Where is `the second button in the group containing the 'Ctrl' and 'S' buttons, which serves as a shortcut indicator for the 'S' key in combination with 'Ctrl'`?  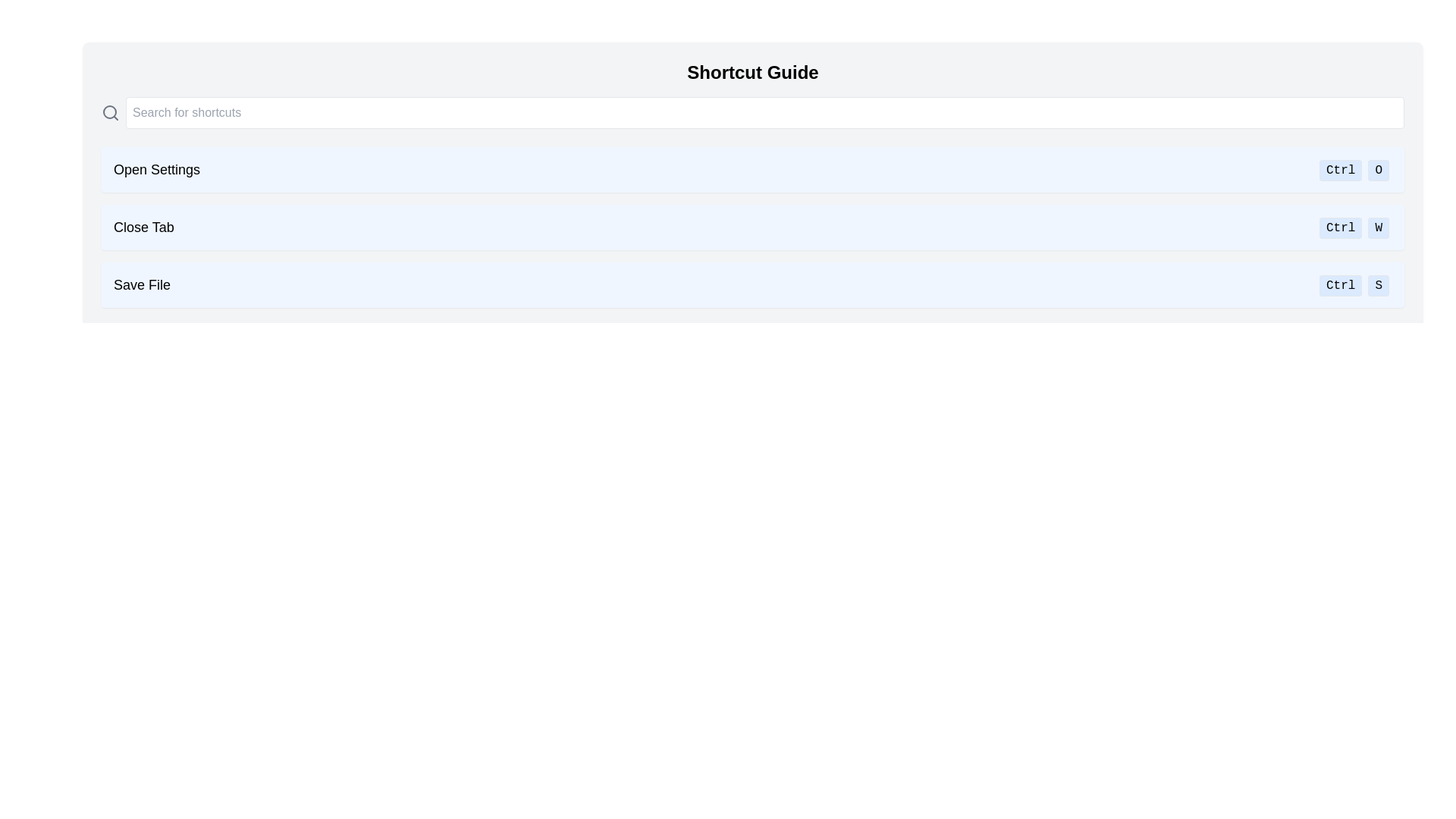
the second button in the group containing the 'Ctrl' and 'S' buttons, which serves as a shortcut indicator for the 'S' key in combination with 'Ctrl' is located at coordinates (1379, 285).